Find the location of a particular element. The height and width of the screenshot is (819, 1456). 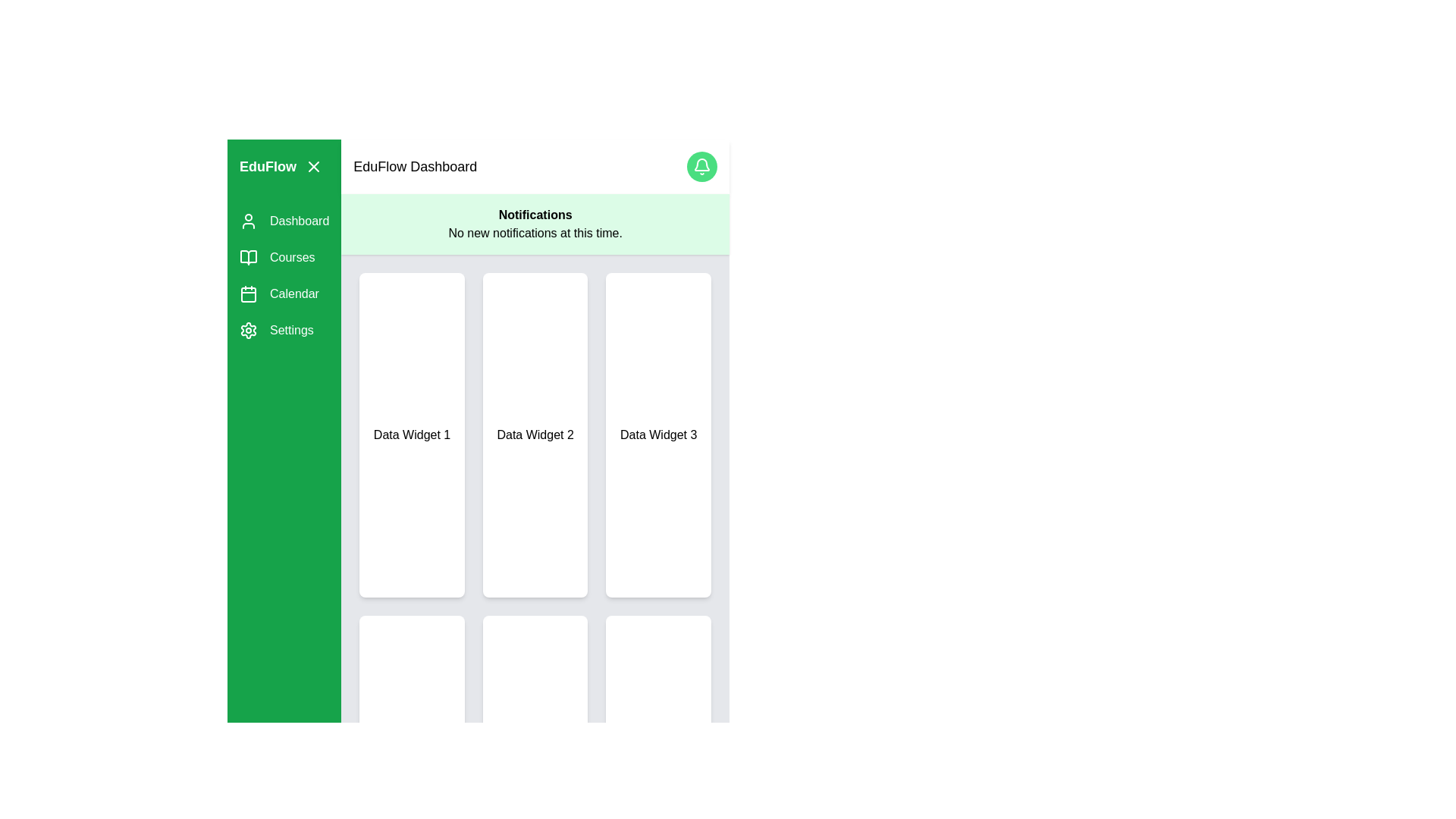

the 'X' icon styled with a green backdrop in the left sidebar is located at coordinates (313, 166).